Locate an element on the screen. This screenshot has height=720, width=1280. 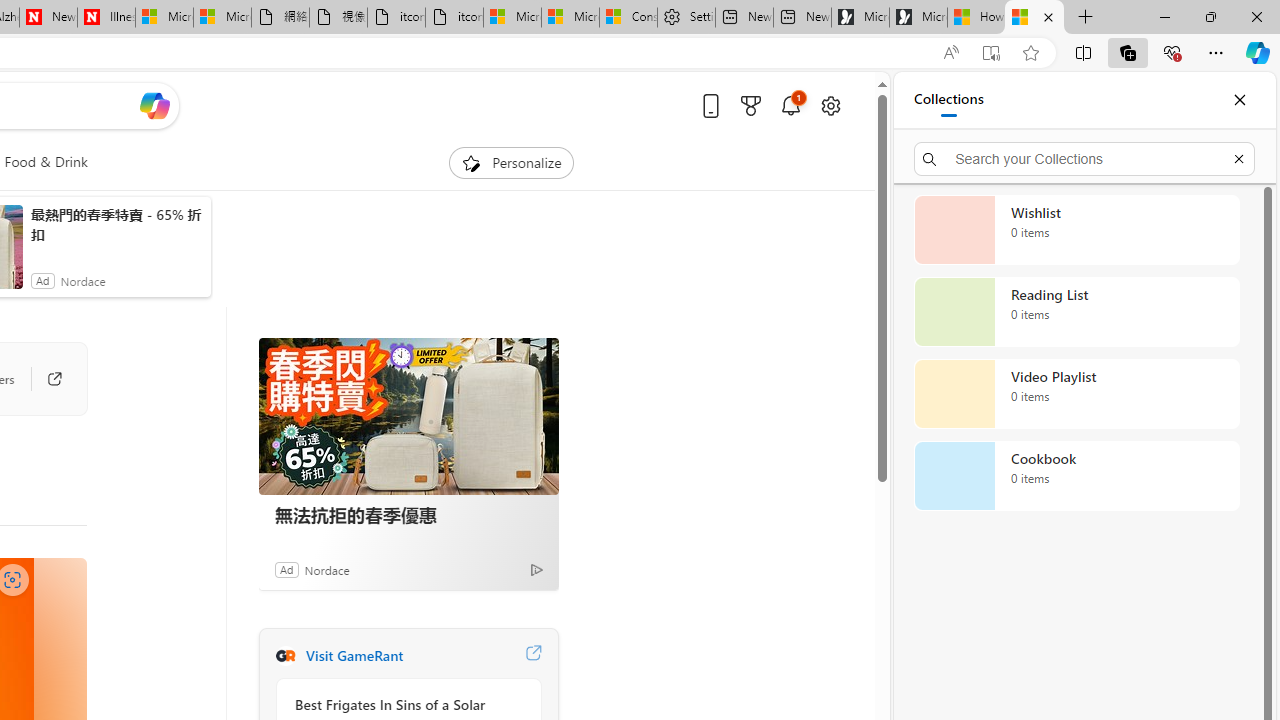
'Consumer Health Data Privacy Policy' is located at coordinates (627, 17).